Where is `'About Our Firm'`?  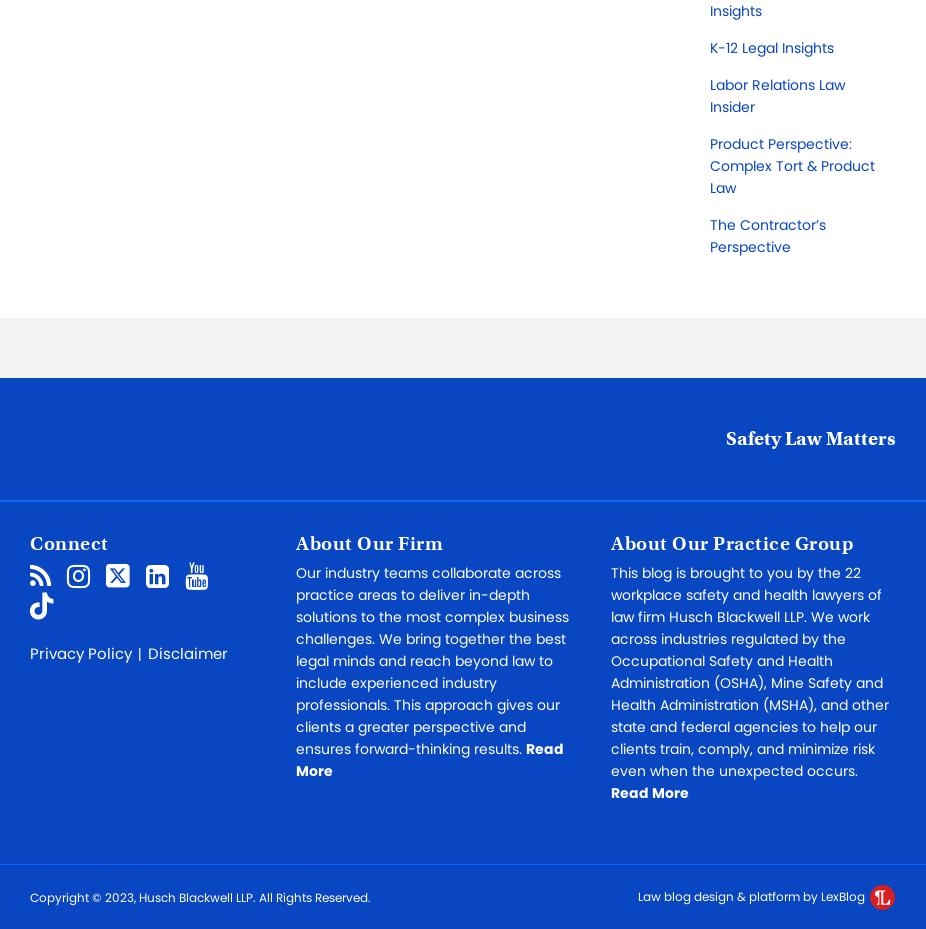 'About Our Firm' is located at coordinates (369, 542).